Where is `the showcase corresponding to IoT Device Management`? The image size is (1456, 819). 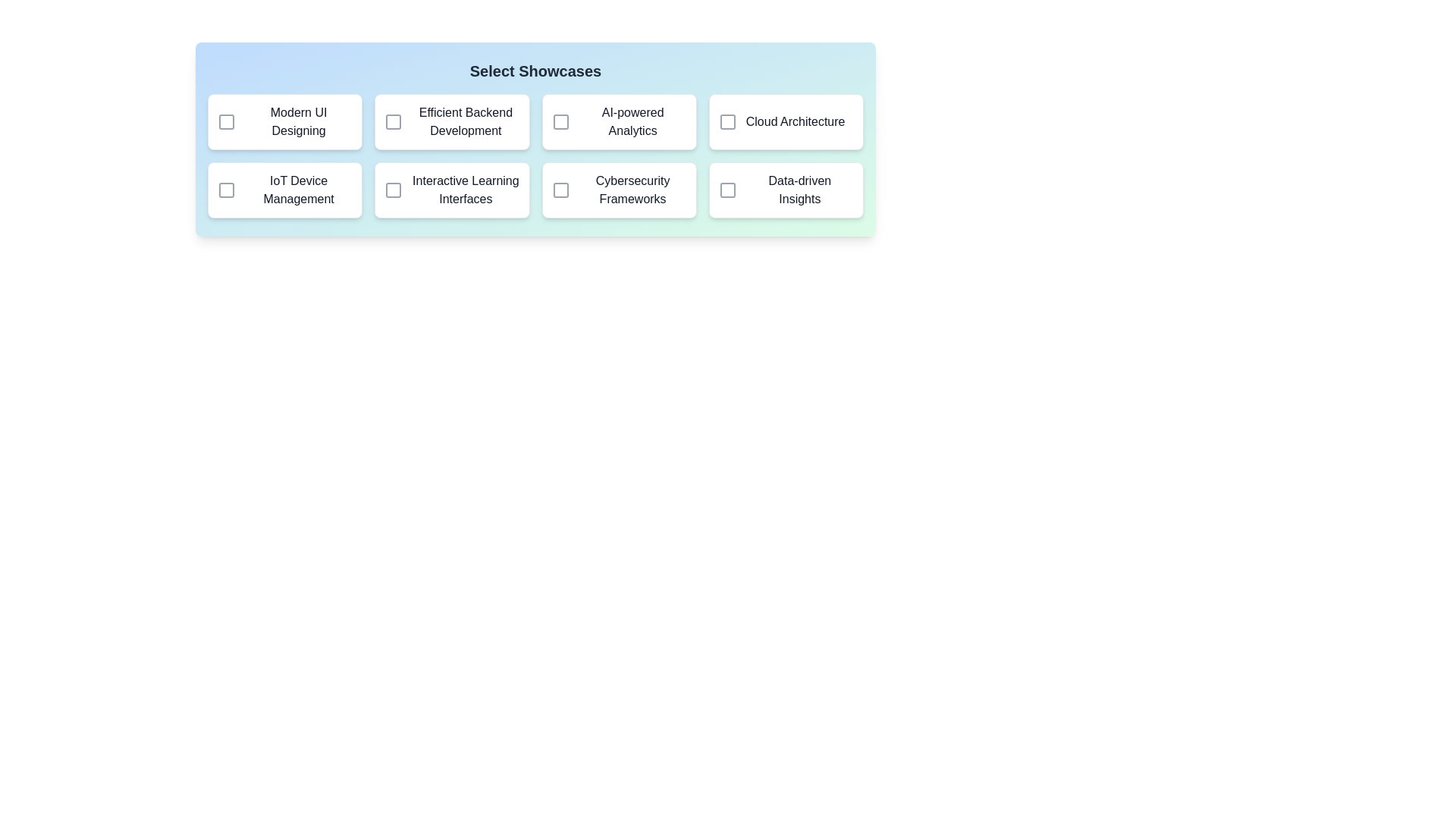 the showcase corresponding to IoT Device Management is located at coordinates (225, 189).